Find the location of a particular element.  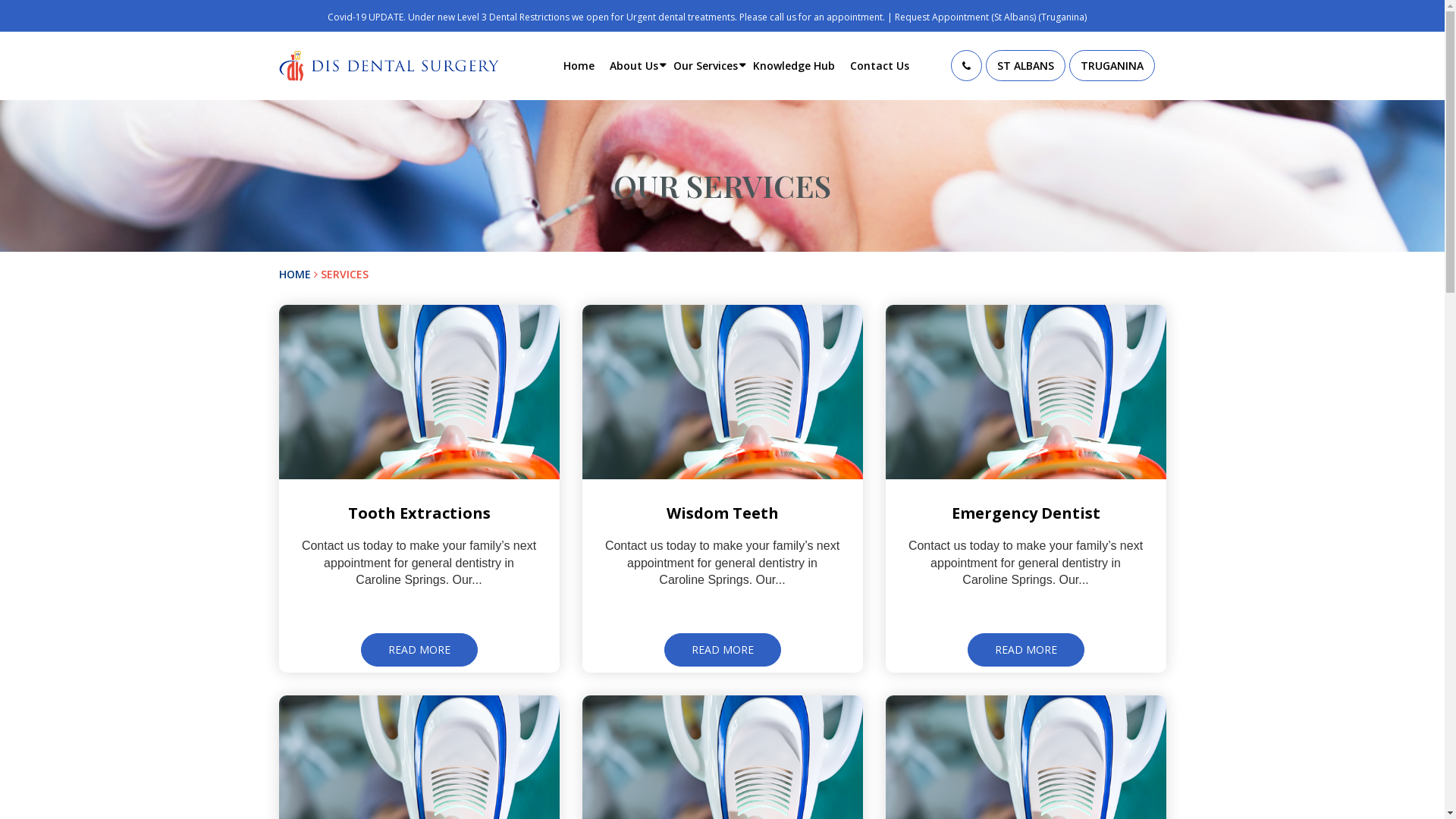

'READ MORE' is located at coordinates (664, 648).